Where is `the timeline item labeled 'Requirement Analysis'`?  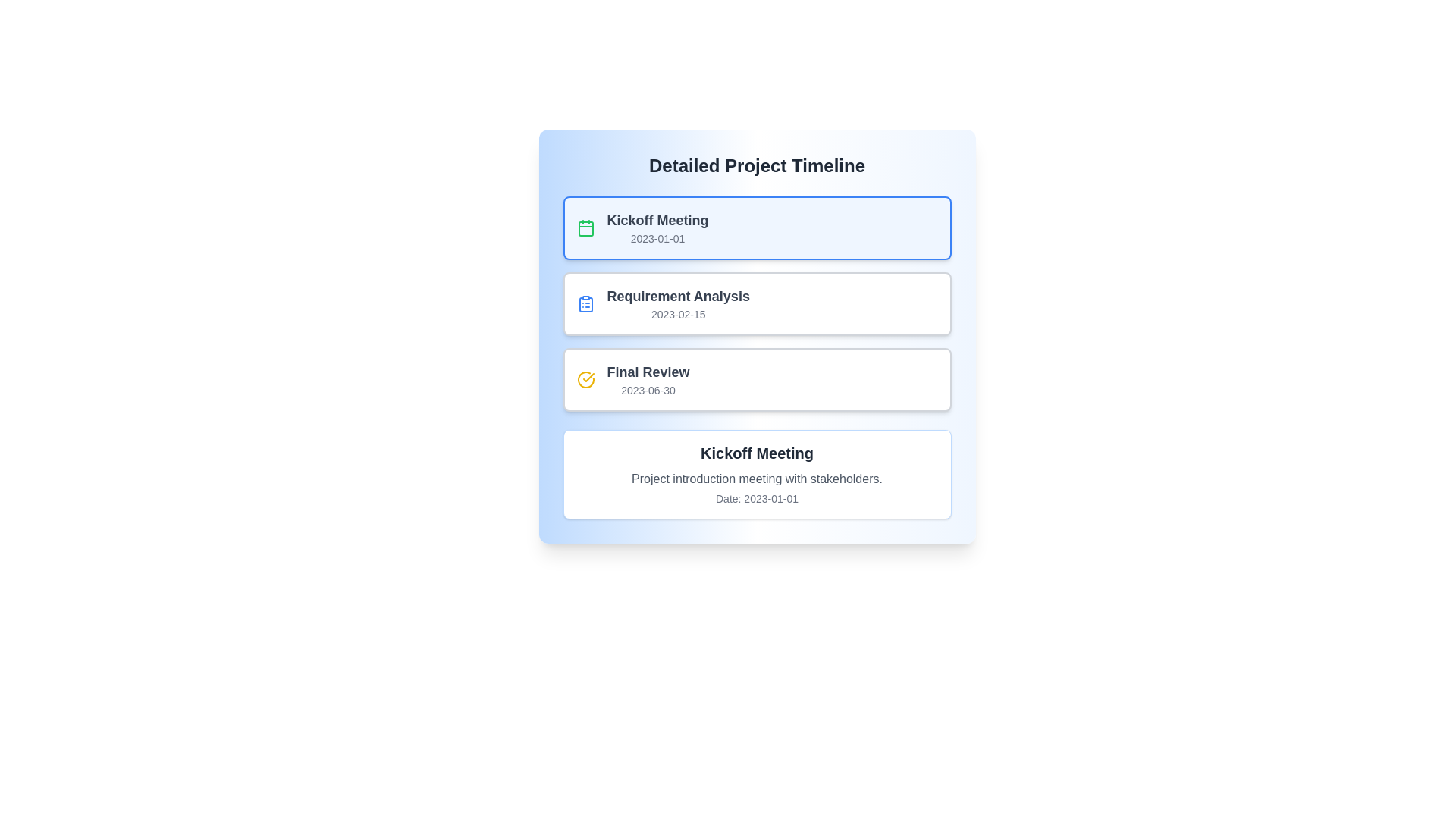
the timeline item labeled 'Requirement Analysis' is located at coordinates (757, 304).